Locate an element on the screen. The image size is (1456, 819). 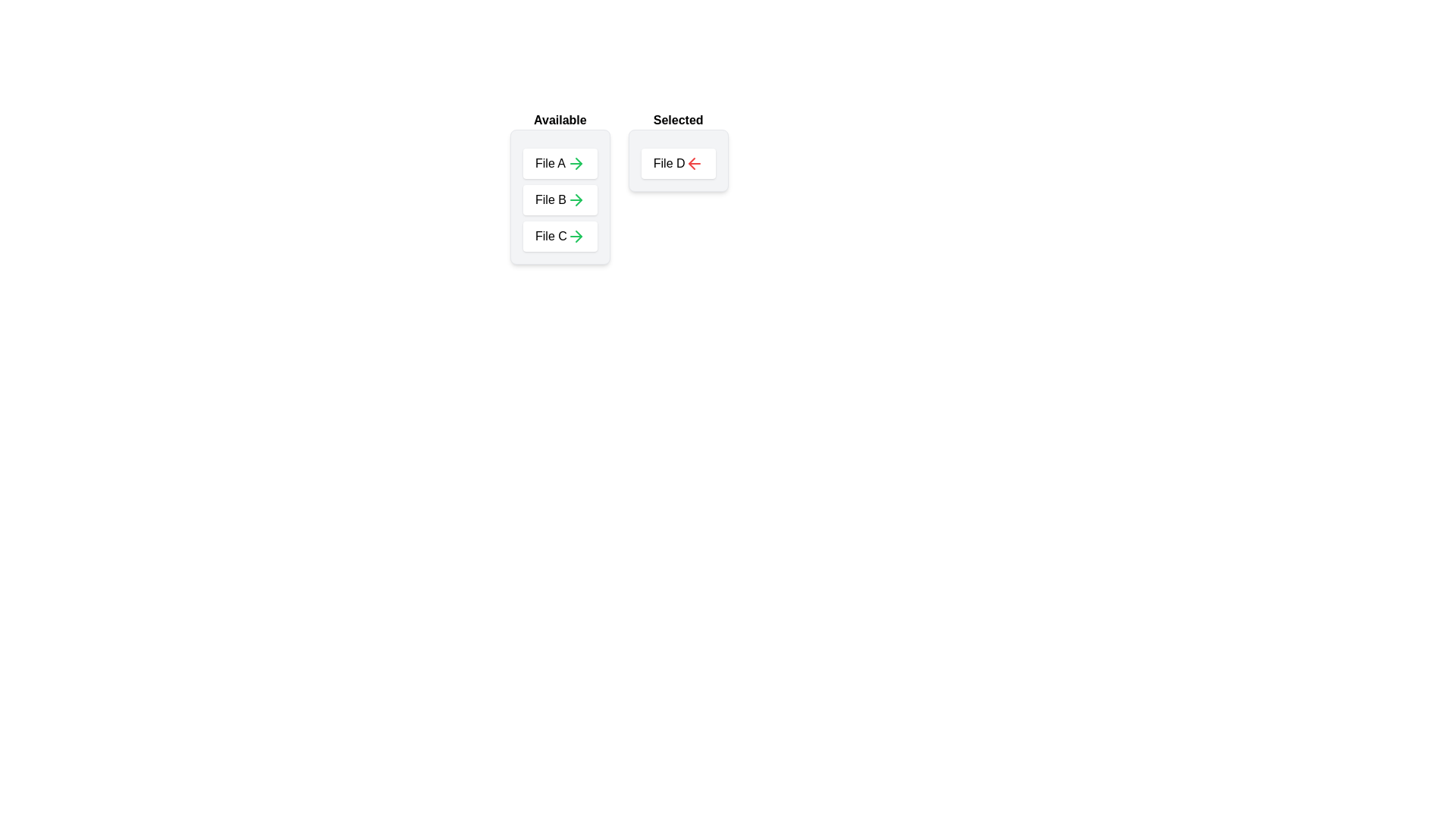
left arrow icon next to 'File D' in the 'Selected' list is located at coordinates (693, 164).